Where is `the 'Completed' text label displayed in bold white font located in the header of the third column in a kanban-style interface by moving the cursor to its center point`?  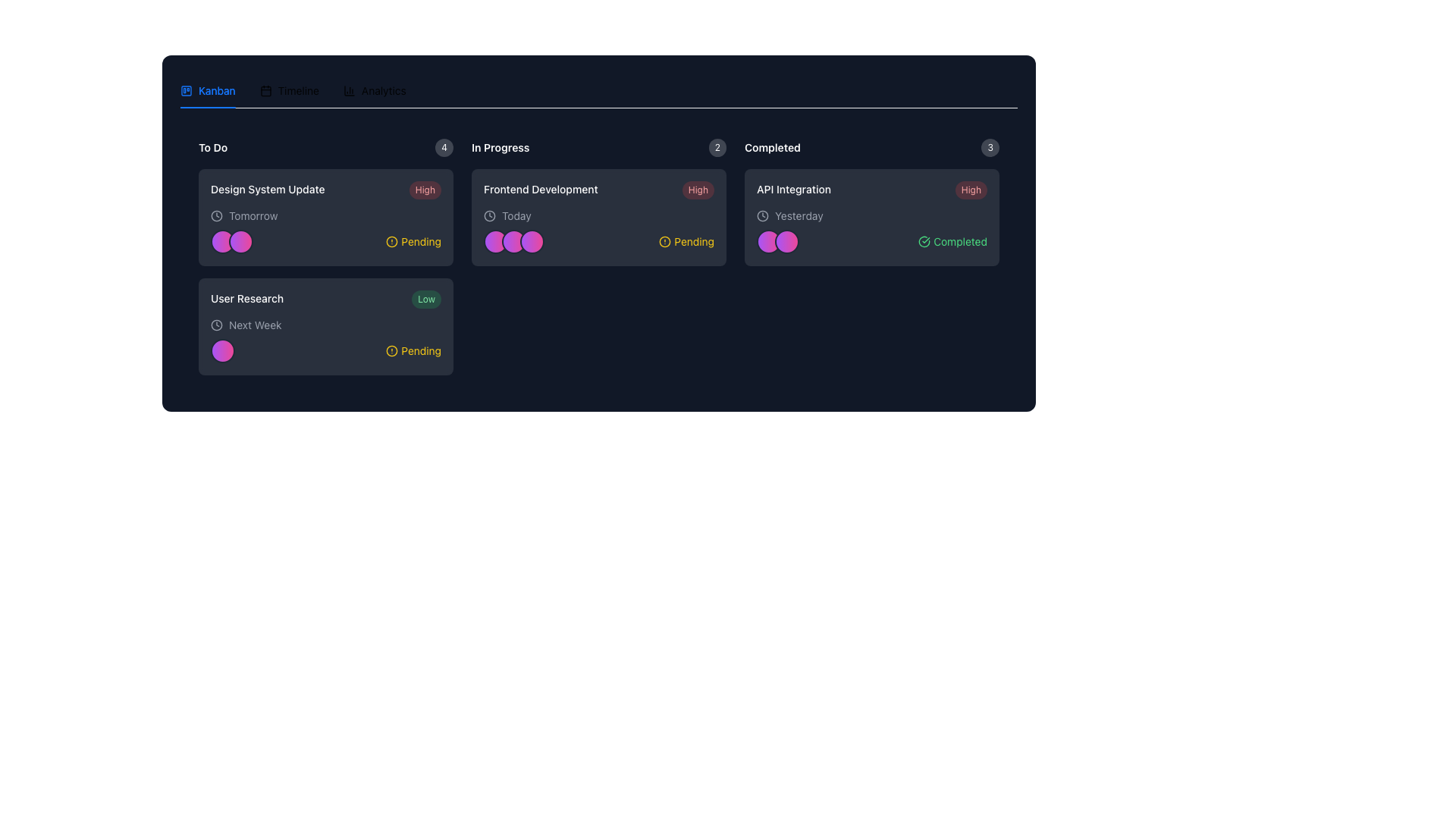 the 'Completed' text label displayed in bold white font located in the header of the third column in a kanban-style interface by moving the cursor to its center point is located at coordinates (772, 148).